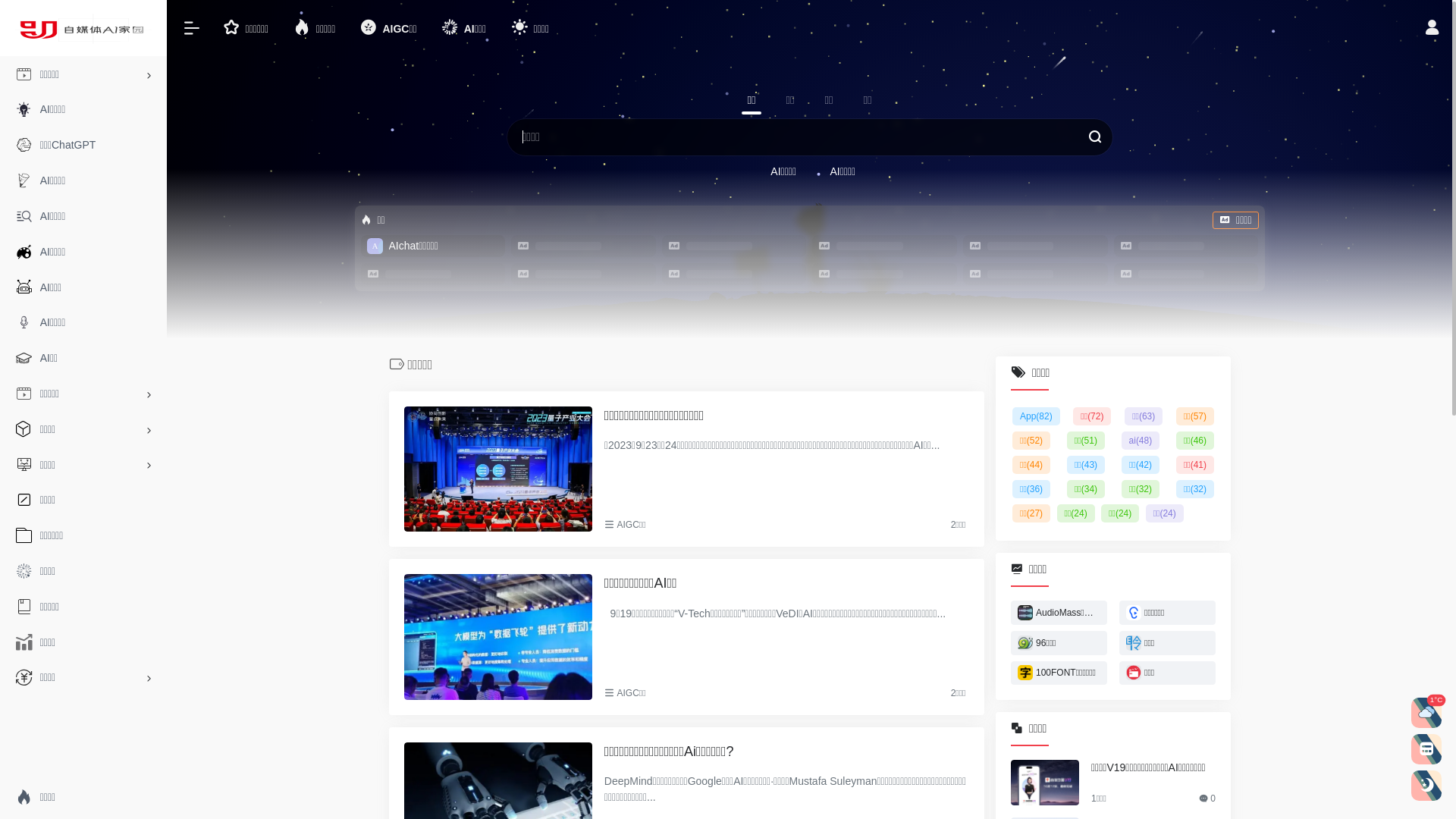  Describe the element at coordinates (1012, 416) in the screenshot. I see `'App(82)'` at that location.